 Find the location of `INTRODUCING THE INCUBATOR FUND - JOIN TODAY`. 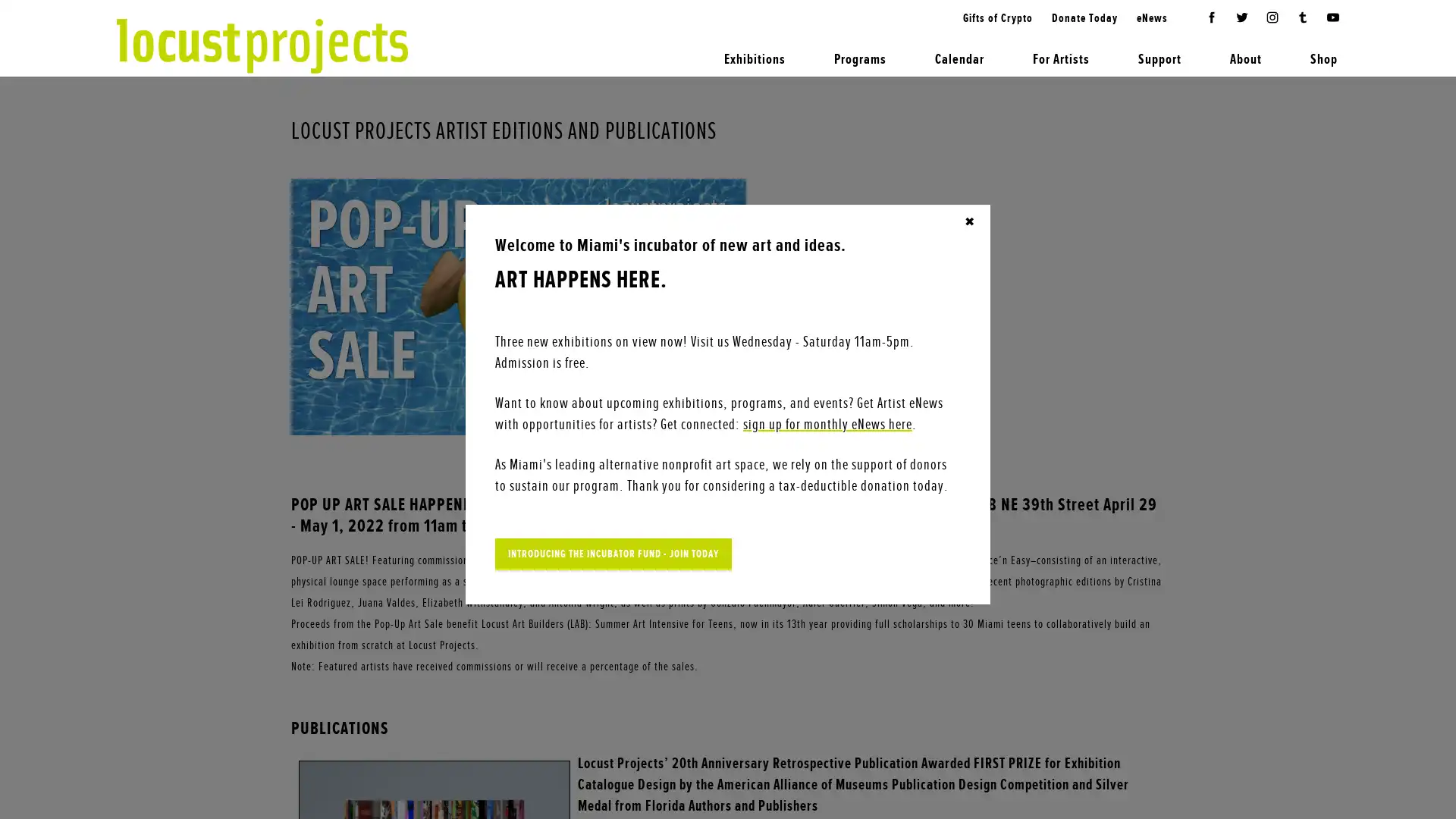

INTRODUCING THE INCUBATOR FUND - JOIN TODAY is located at coordinates (612, 554).